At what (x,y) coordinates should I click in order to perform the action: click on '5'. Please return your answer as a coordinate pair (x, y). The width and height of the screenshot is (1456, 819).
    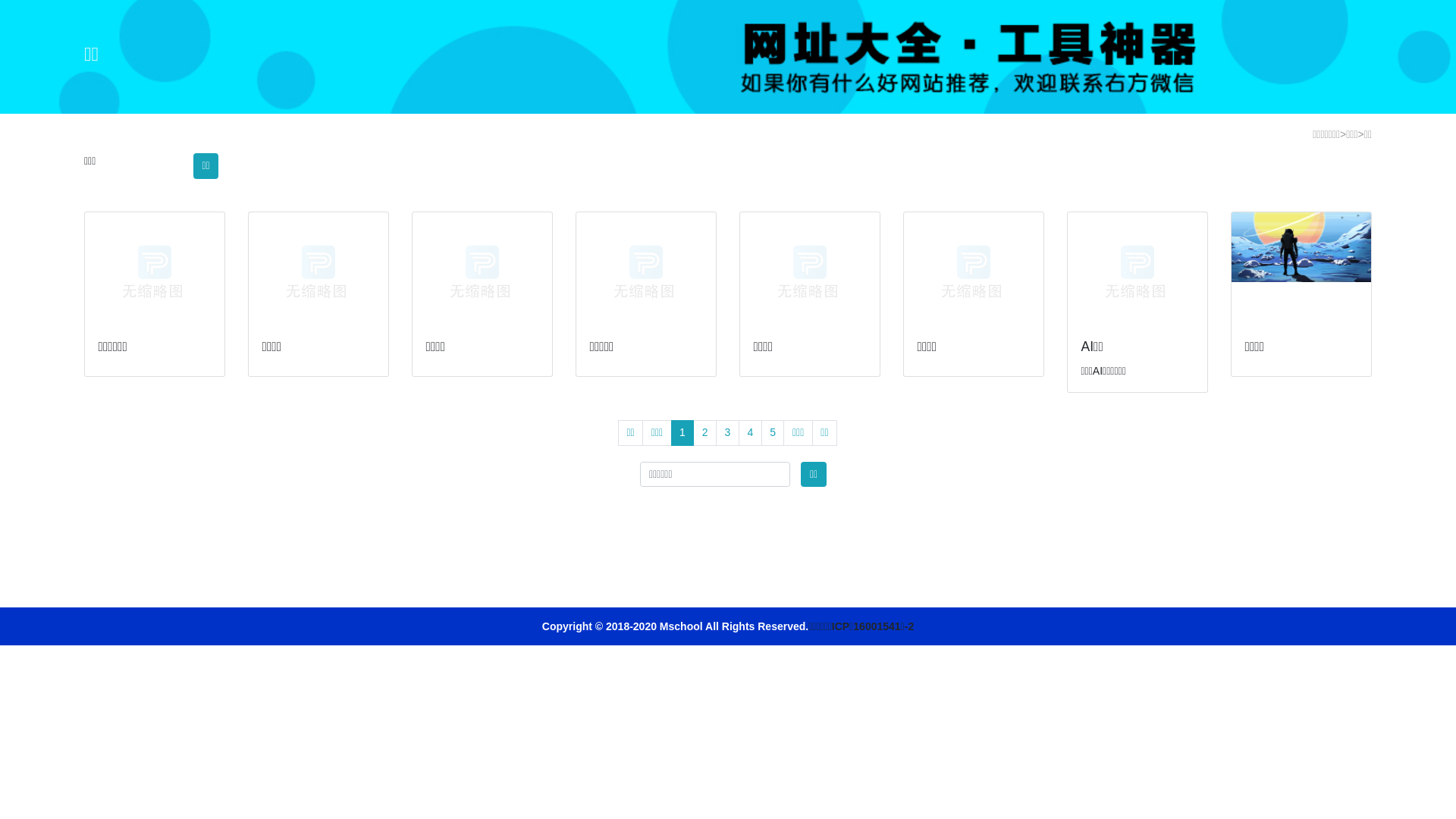
    Looking at the image, I should click on (773, 432).